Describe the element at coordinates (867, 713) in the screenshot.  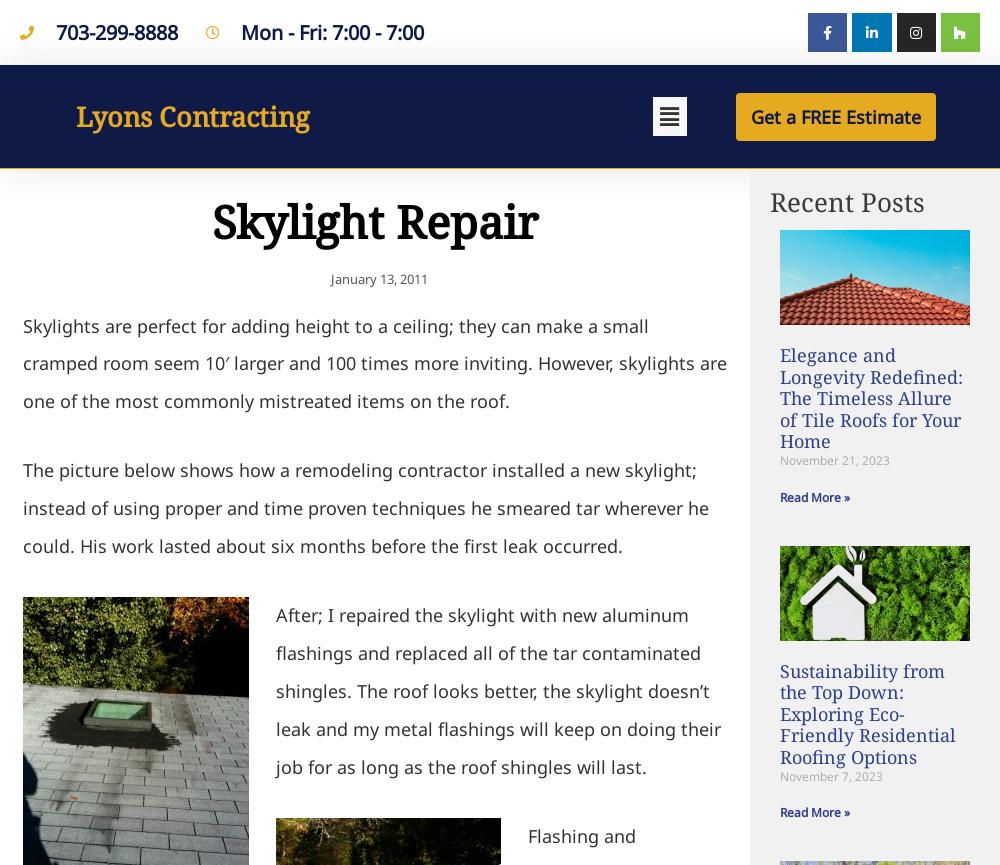
I see `'Sustainability from the Top Down: Exploring Eco-Friendly Residential Roofing Options'` at that location.